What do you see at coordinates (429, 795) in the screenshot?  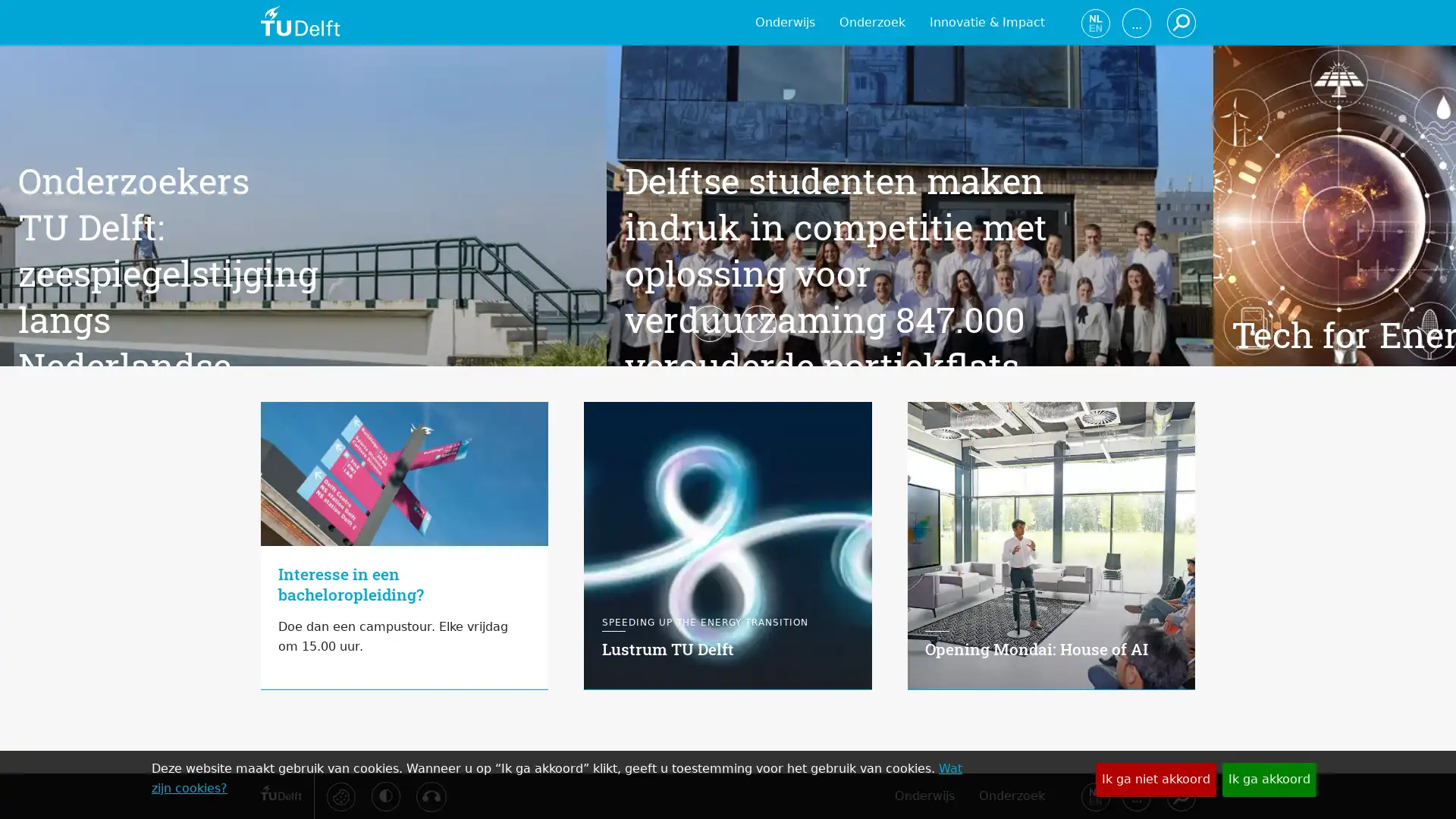 I see `Luister met de ReachDeck-werkbalk` at bounding box center [429, 795].